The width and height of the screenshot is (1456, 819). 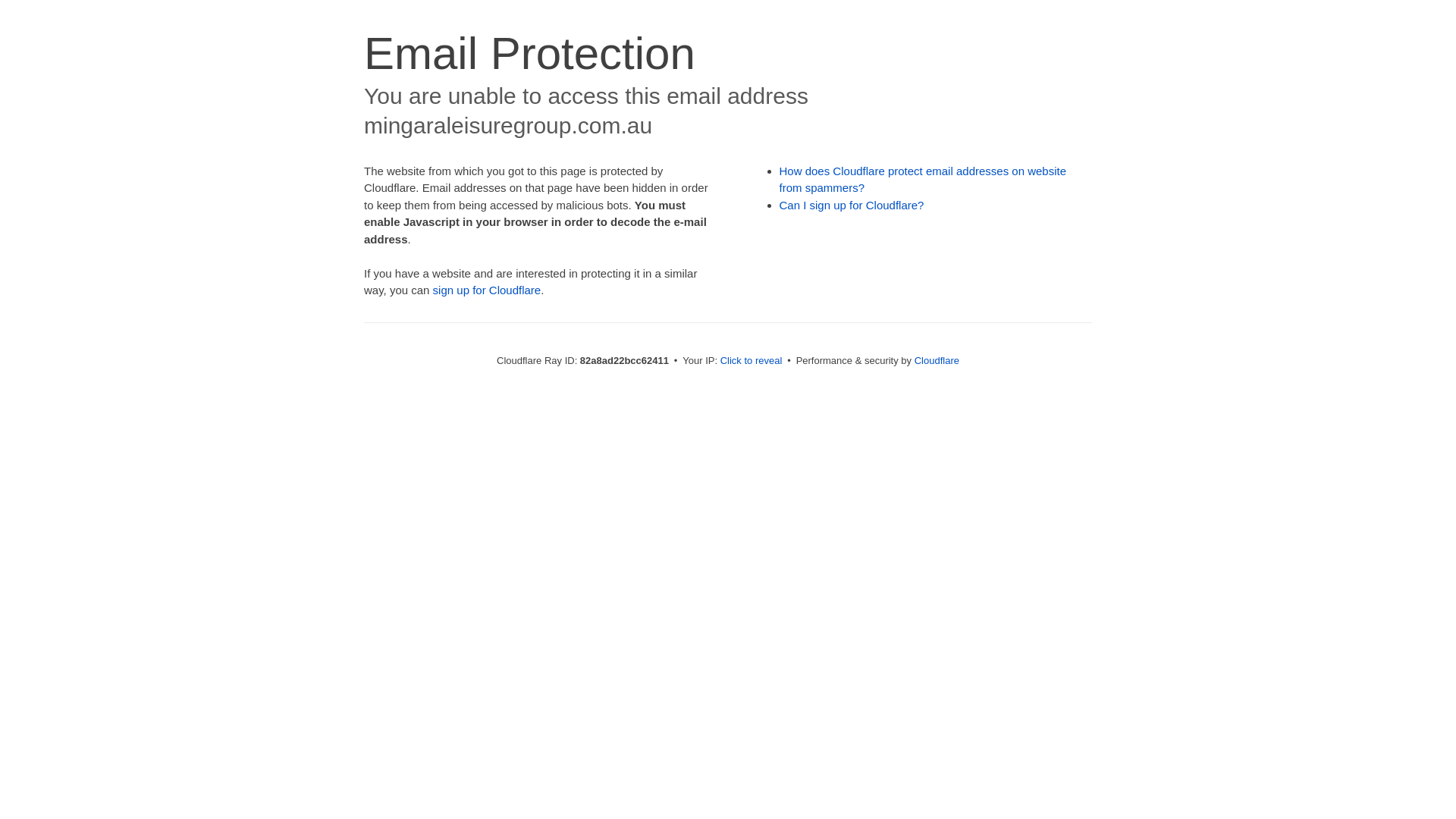 I want to click on 'Click to reveal', so click(x=751, y=360).